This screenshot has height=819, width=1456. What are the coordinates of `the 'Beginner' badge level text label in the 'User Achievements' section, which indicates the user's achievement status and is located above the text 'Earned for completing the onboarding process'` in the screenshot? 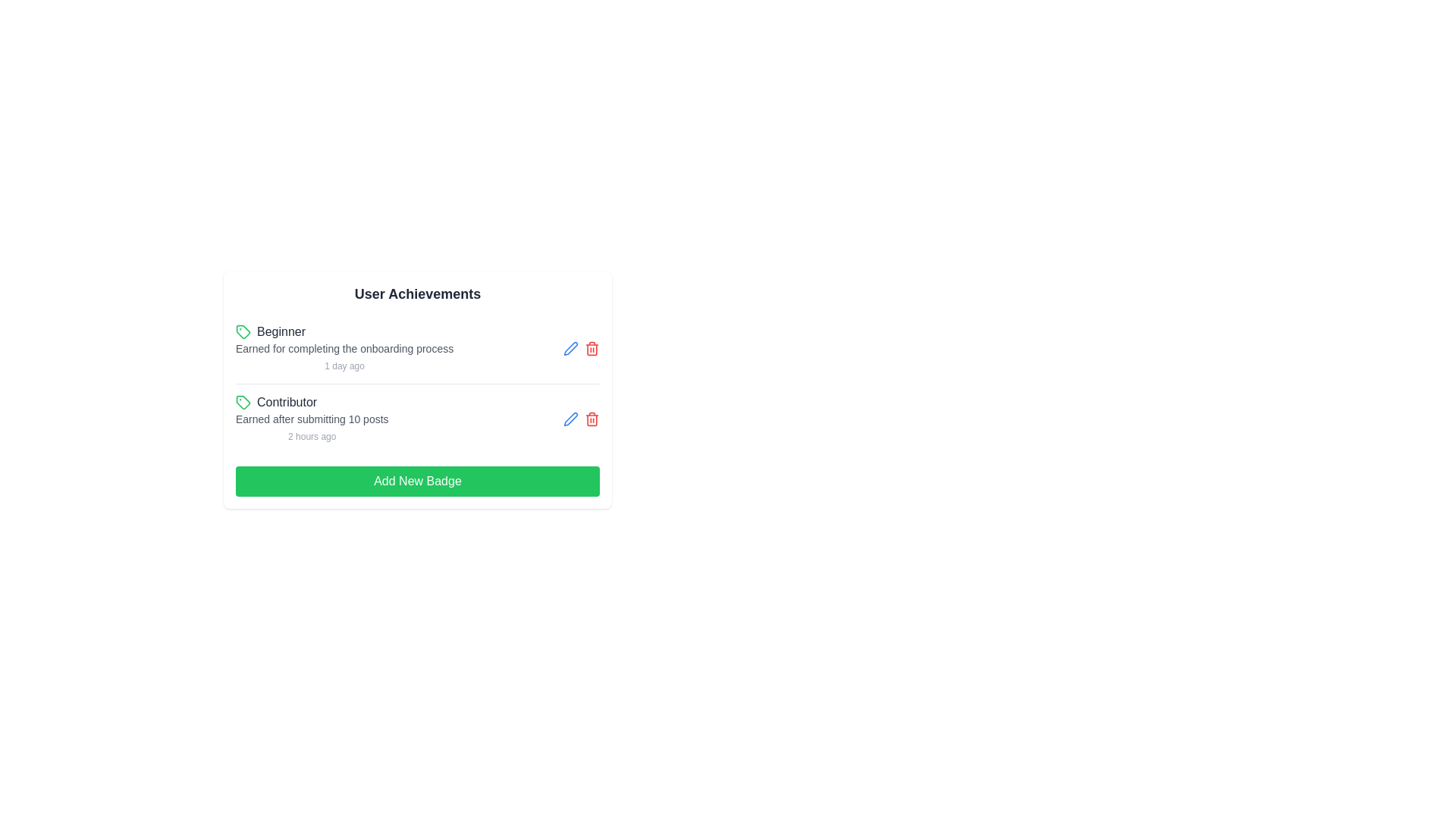 It's located at (281, 331).